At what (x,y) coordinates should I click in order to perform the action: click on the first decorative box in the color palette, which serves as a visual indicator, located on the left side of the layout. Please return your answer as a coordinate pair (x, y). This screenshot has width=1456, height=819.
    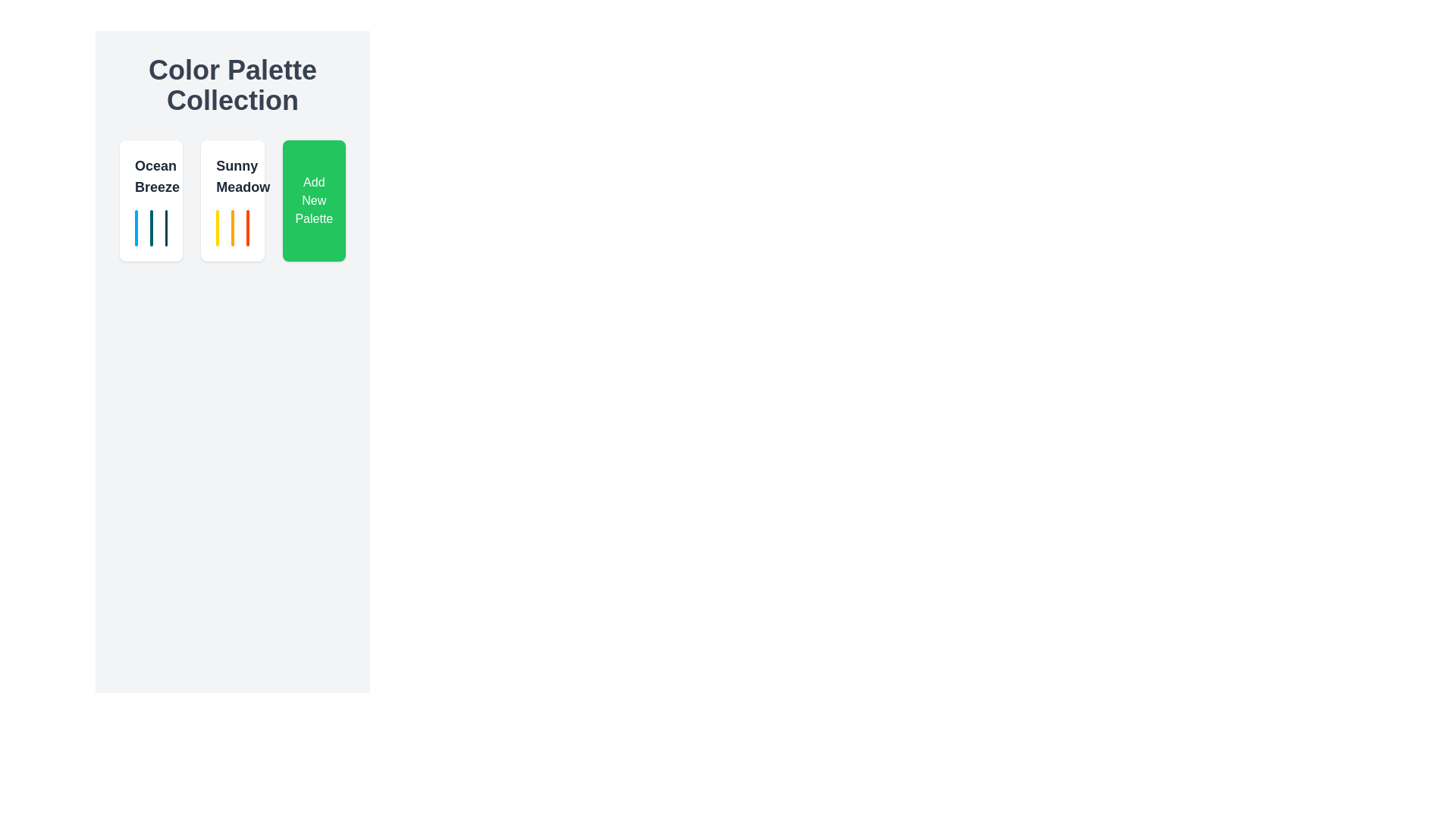
    Looking at the image, I should click on (136, 227).